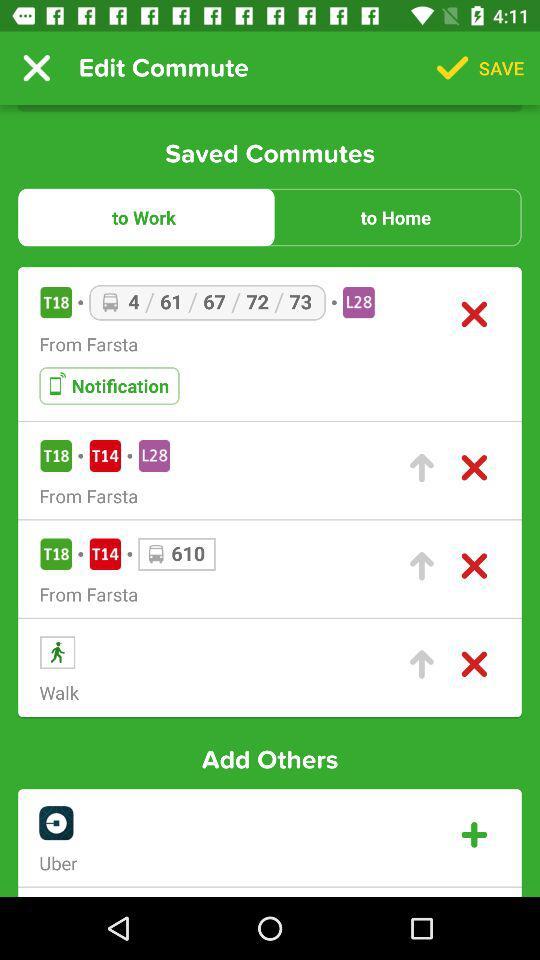  I want to click on remove a route from the list, so click(473, 566).